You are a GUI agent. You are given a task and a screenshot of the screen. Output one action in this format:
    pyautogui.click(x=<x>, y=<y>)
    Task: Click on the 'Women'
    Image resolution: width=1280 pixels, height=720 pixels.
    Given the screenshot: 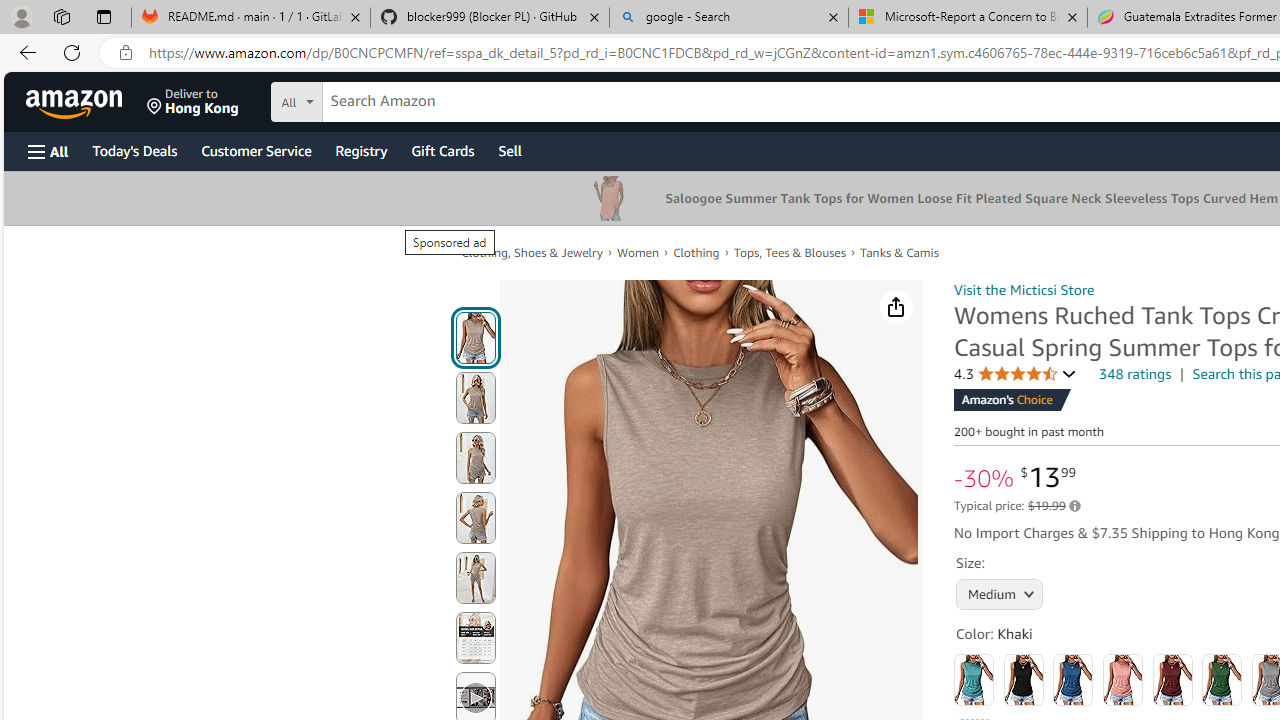 What is the action you would take?
    pyautogui.click(x=637, y=252)
    